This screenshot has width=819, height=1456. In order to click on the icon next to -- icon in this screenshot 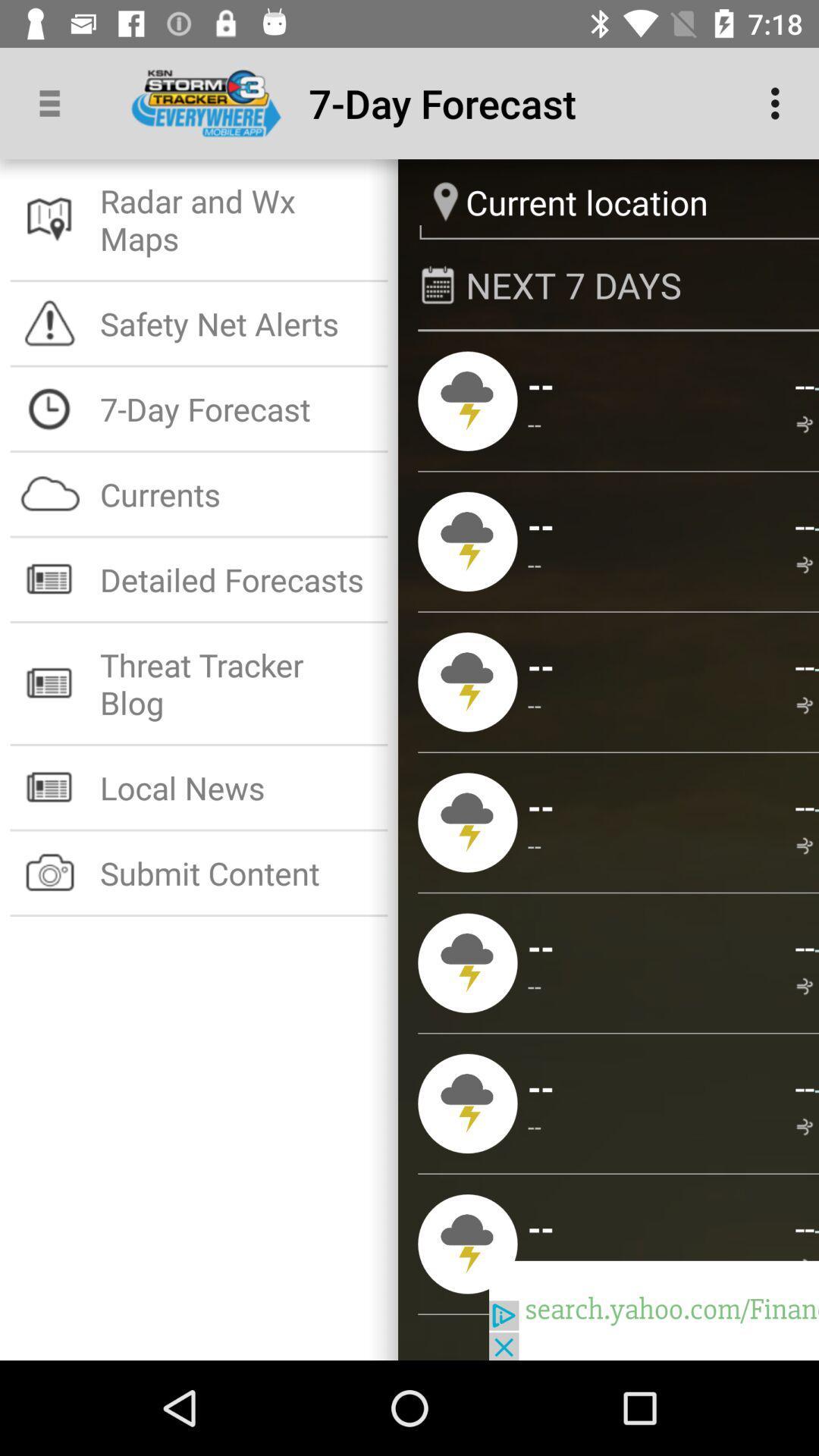, I will do `click(540, 1086)`.